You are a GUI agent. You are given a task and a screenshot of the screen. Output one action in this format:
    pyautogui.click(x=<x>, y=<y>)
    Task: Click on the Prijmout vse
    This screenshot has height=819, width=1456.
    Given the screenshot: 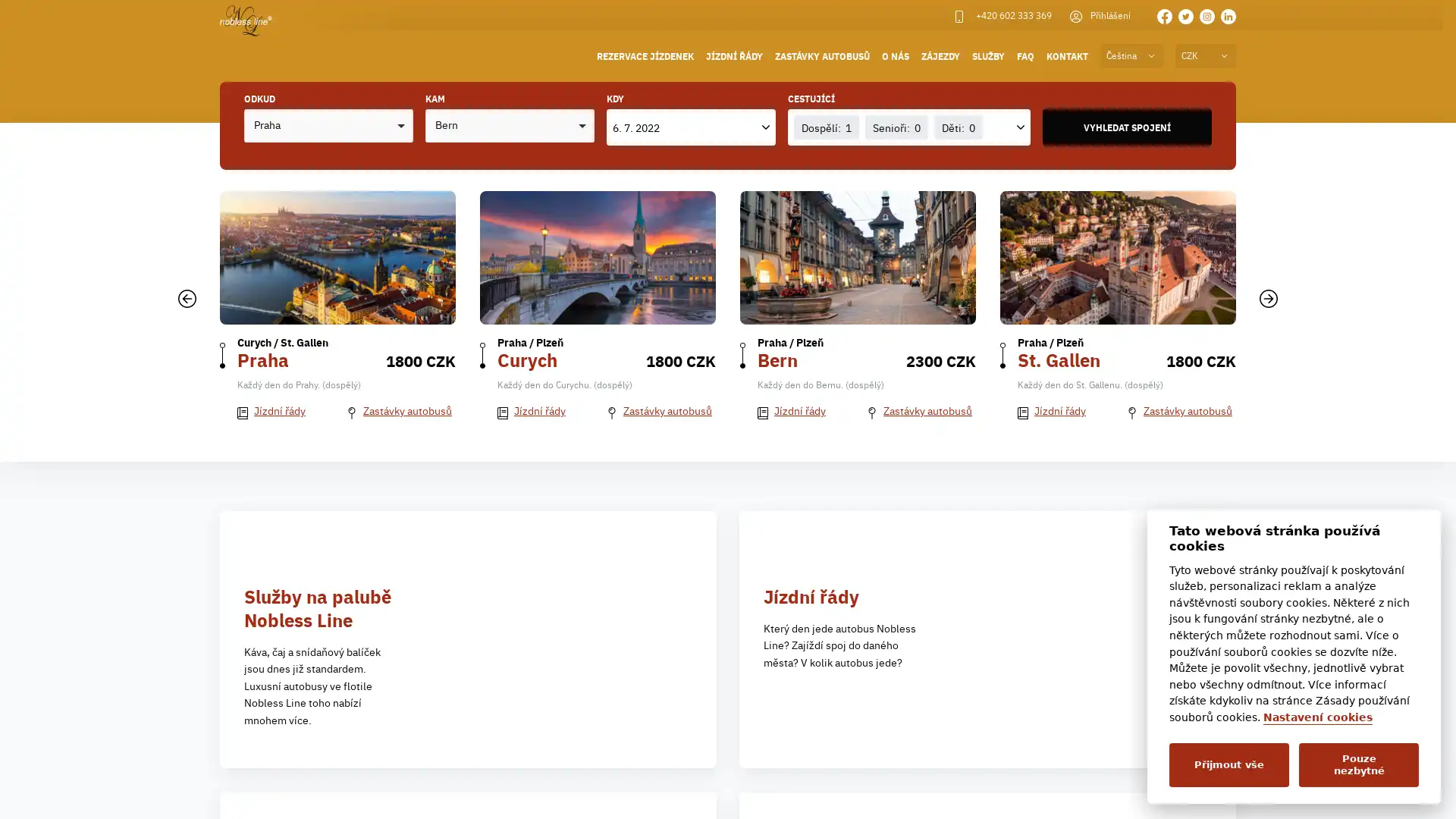 What is the action you would take?
    pyautogui.click(x=1228, y=764)
    